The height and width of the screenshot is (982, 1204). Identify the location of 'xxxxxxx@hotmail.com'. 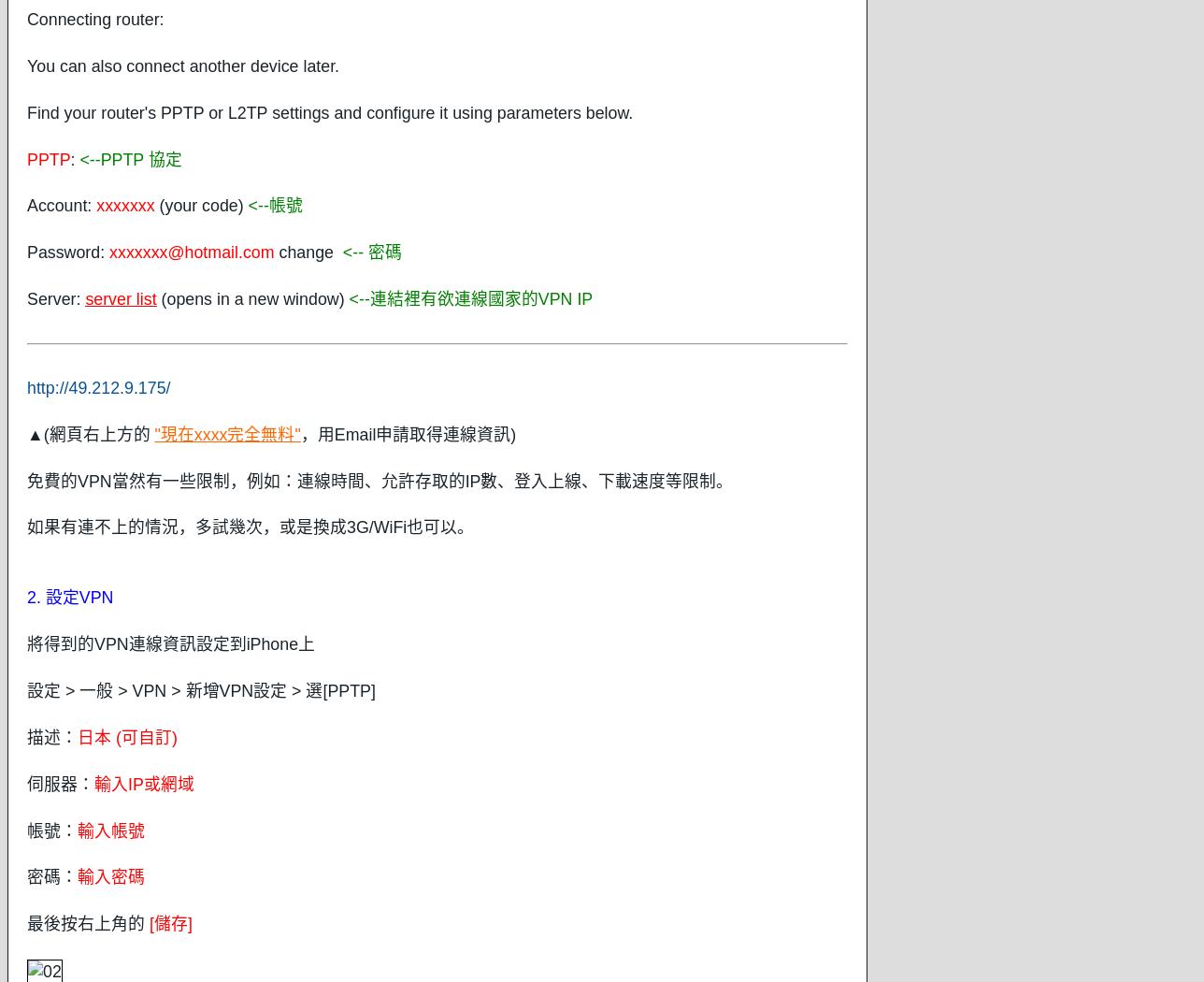
(192, 251).